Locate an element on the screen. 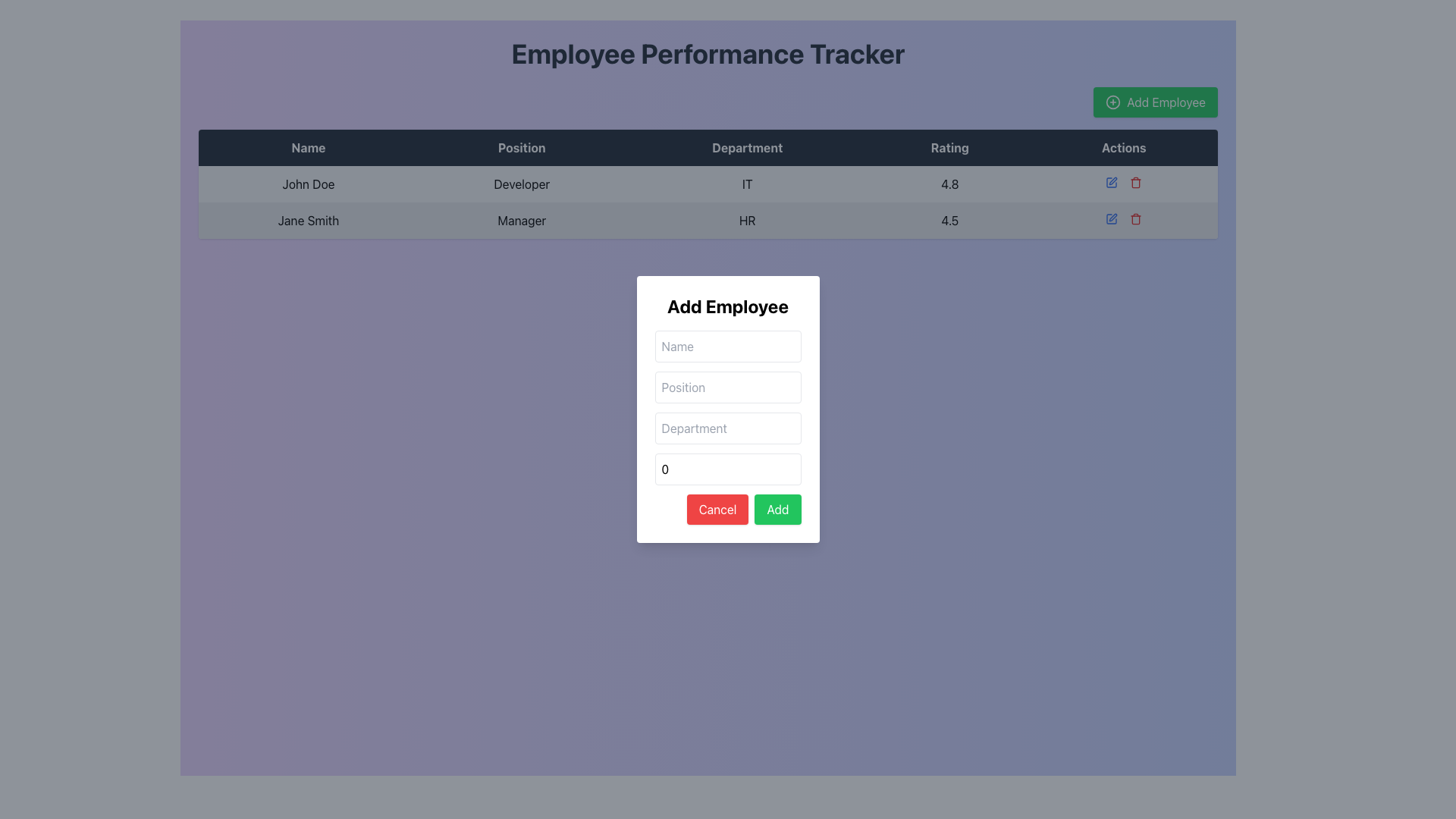 The width and height of the screenshot is (1456, 819). the Table Header Row with a dark gray background and white text that contains the column titles: 'Name,' 'Position,' 'Department,' 'Rating,' and 'Actions.' is located at coordinates (708, 148).